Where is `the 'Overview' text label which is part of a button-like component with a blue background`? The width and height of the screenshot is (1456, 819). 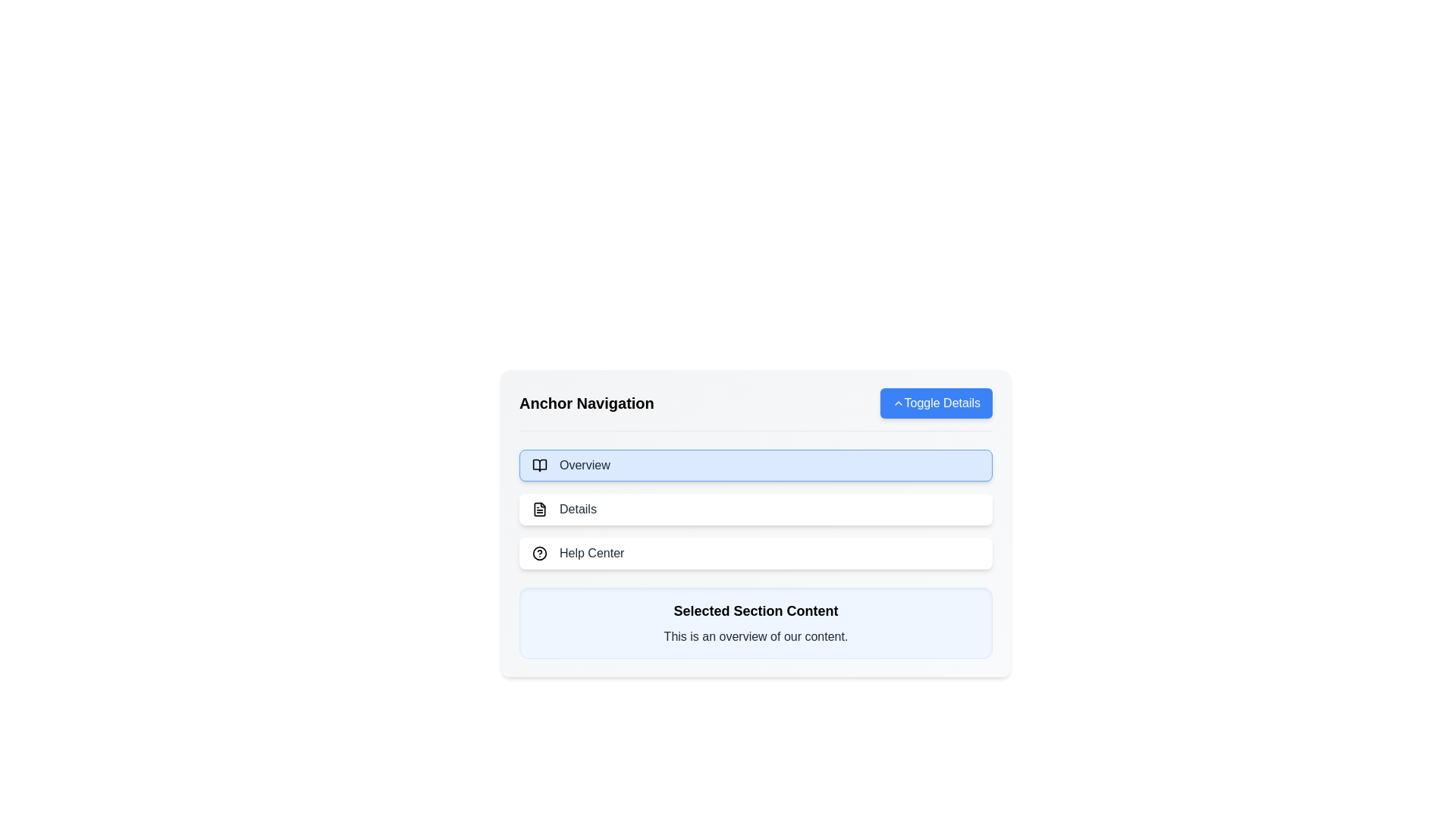 the 'Overview' text label which is part of a button-like component with a blue background is located at coordinates (584, 464).